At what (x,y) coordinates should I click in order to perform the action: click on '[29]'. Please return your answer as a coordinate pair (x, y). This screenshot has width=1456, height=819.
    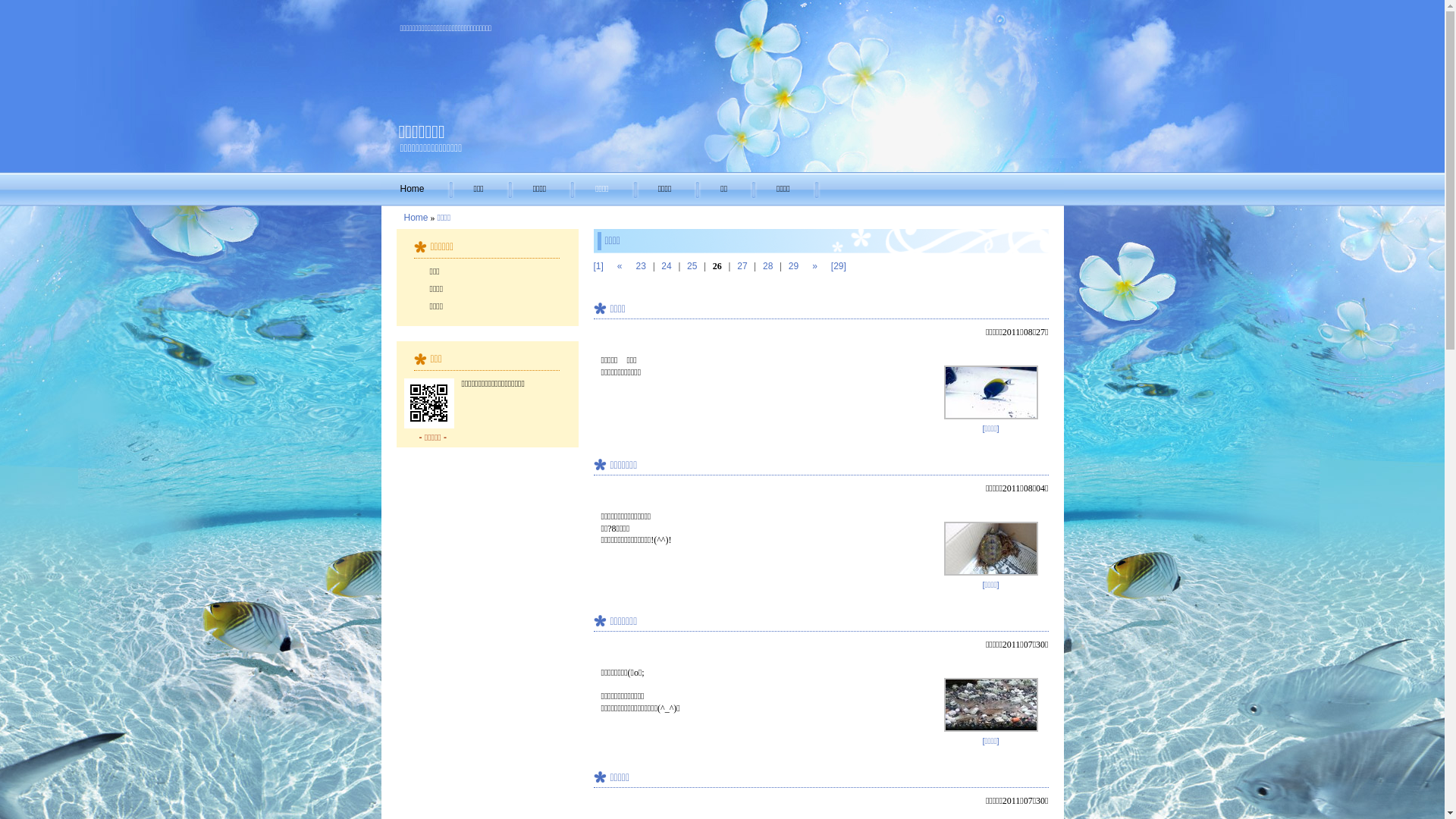
    Looking at the image, I should click on (837, 265).